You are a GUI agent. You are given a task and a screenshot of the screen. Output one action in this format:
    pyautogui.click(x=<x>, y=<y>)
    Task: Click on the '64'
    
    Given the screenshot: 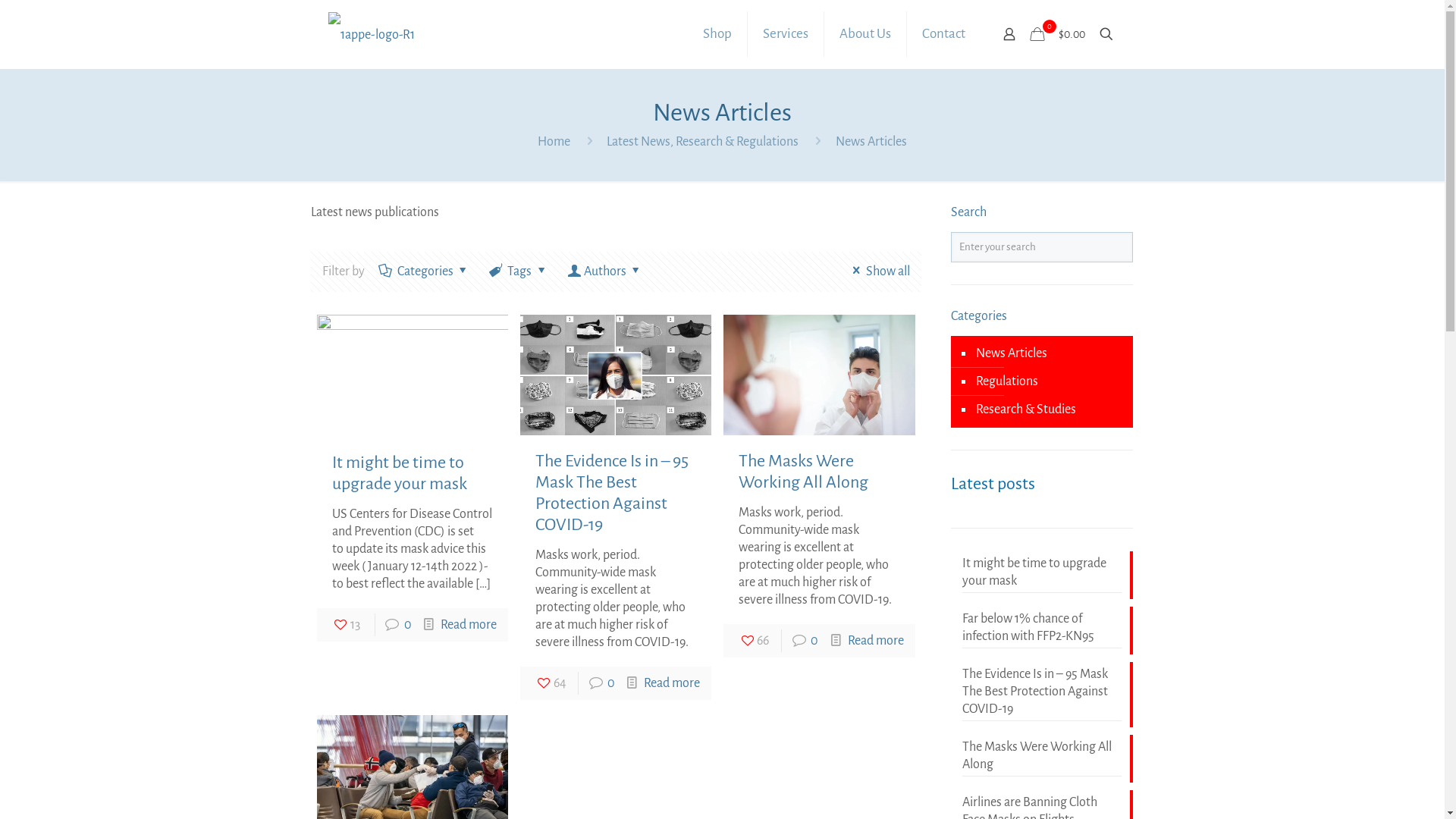 What is the action you would take?
    pyautogui.click(x=535, y=683)
    